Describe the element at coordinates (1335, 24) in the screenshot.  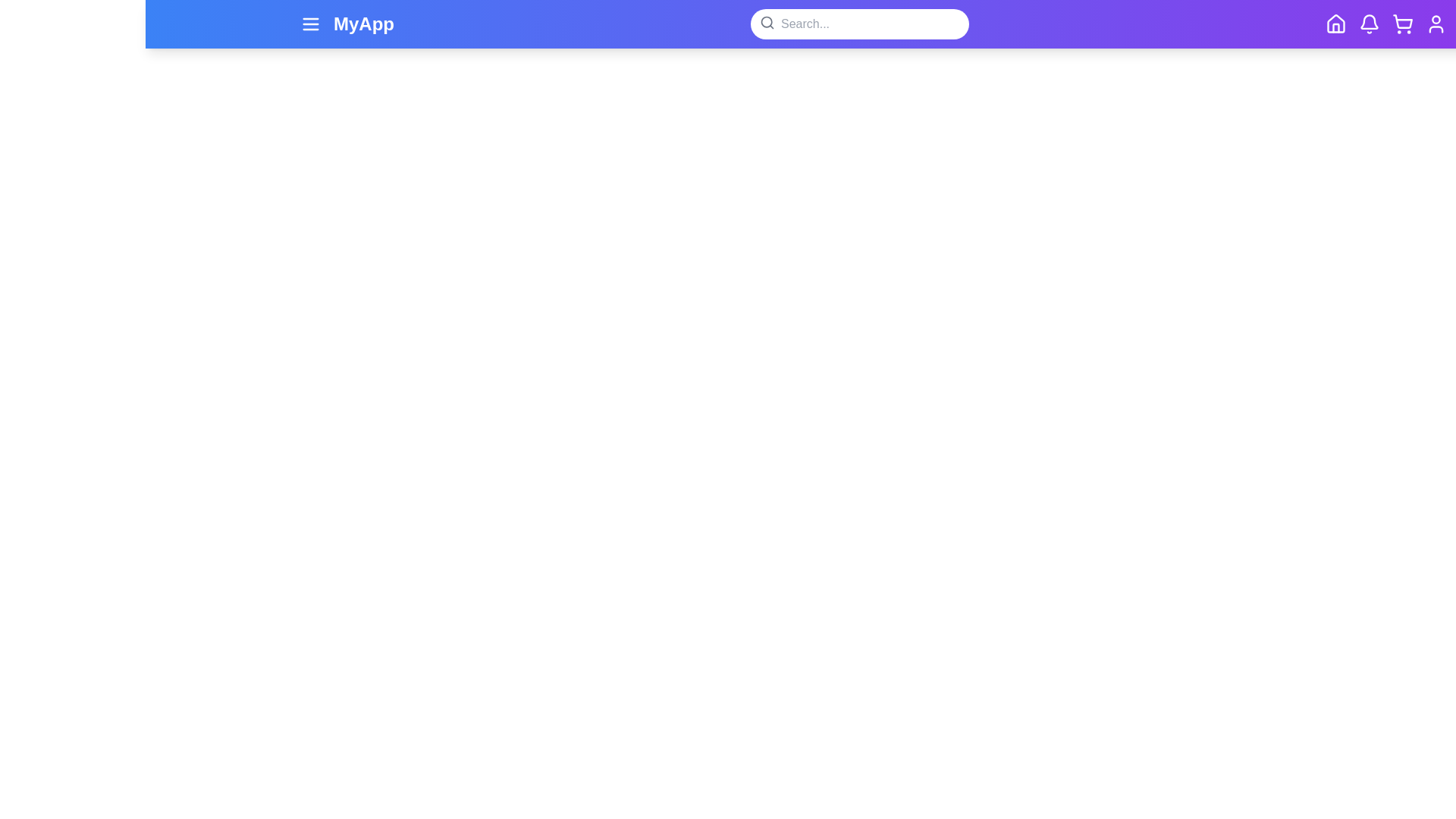
I see `the home button in the navigation bar` at that location.